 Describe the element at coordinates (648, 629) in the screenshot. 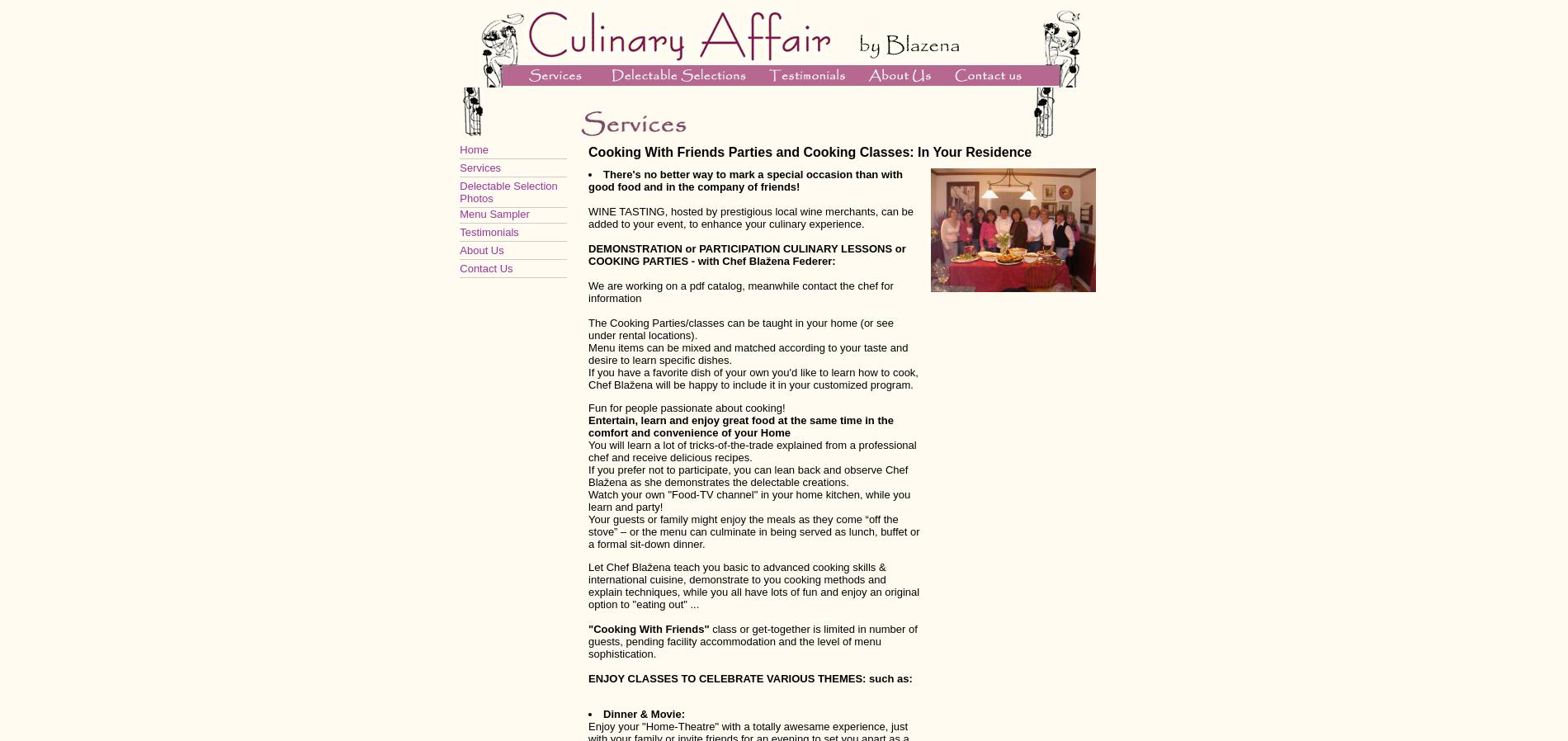

I see `'"Cooking With Friends"'` at that location.